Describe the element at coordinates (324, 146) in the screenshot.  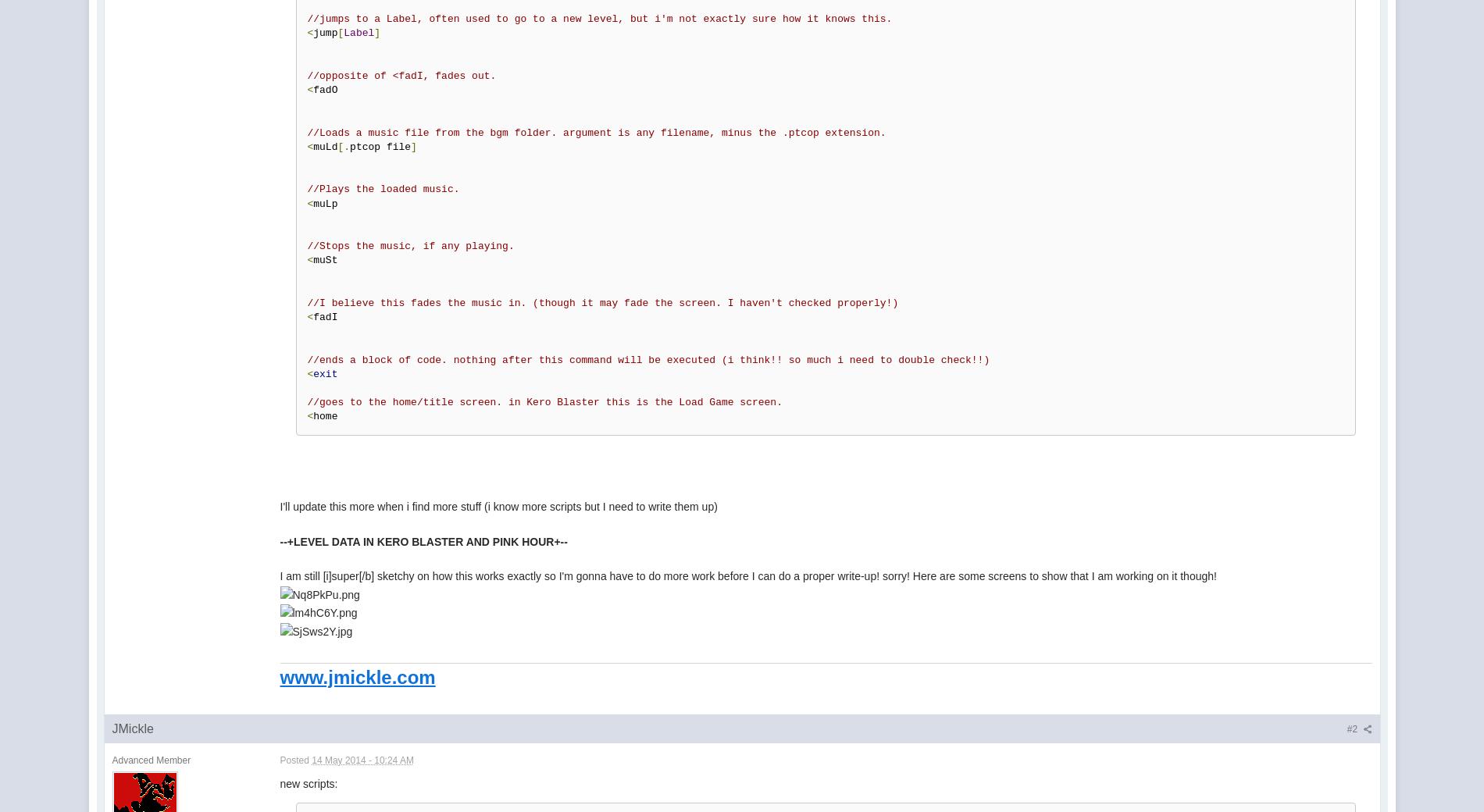
I see `'muLd'` at that location.